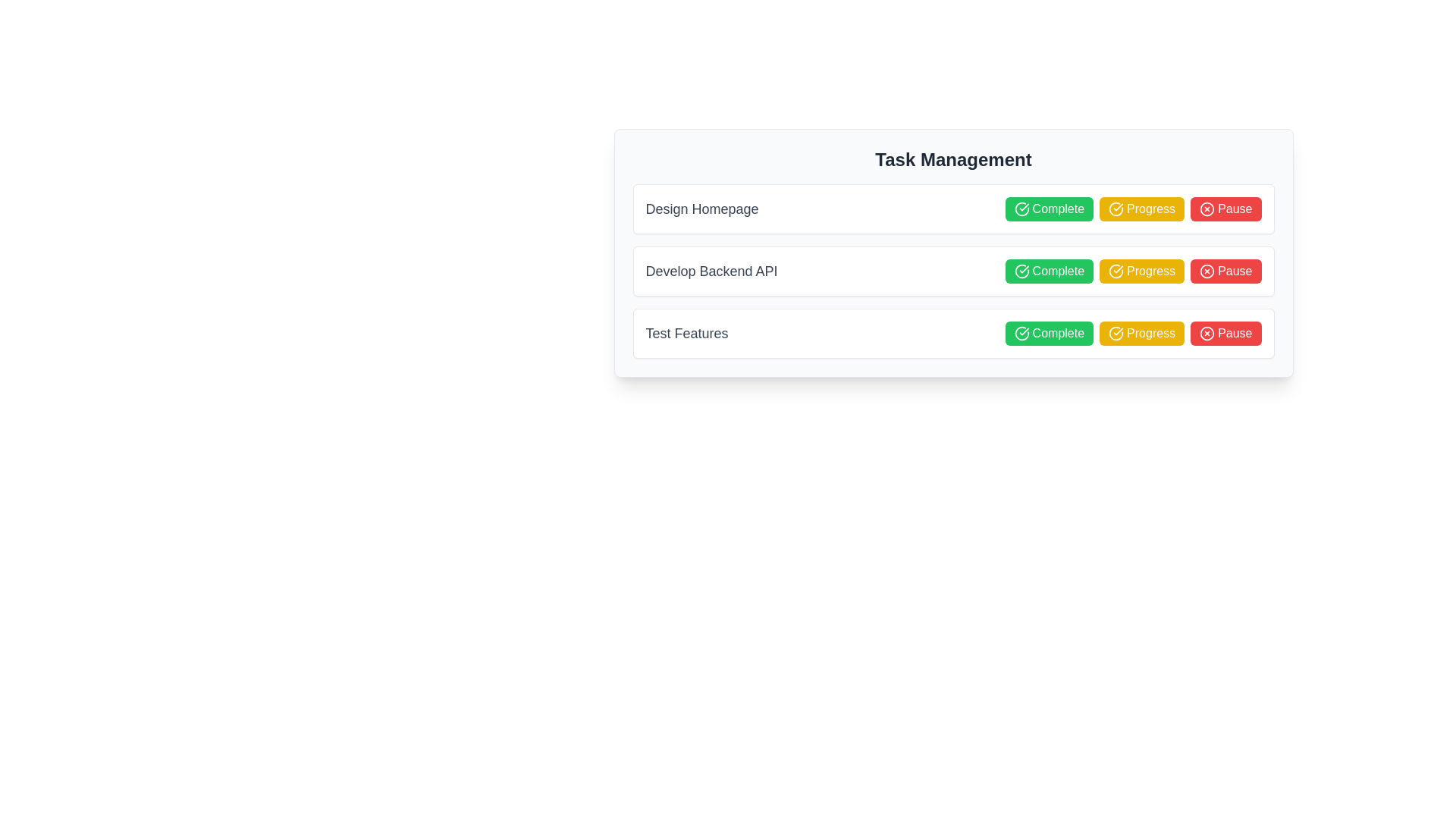 This screenshot has width=1456, height=819. What do you see at coordinates (1116, 271) in the screenshot?
I see `the circular checkmark icon with a yellow fill and white checkmark, which is part of the status label indicating progress in the 'Progress' section` at bounding box center [1116, 271].